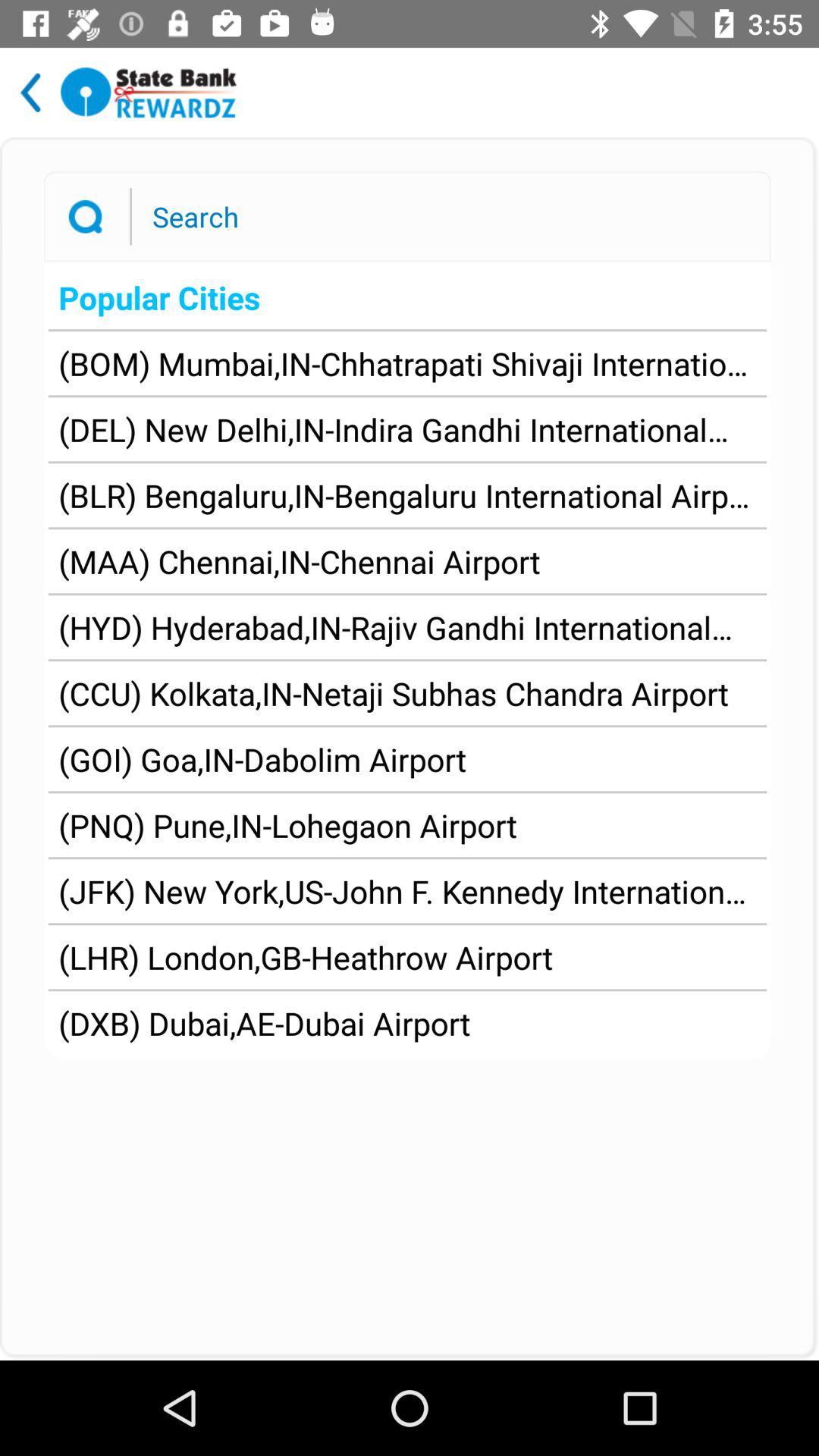 The image size is (819, 1456). I want to click on app below jfk new york app, so click(306, 956).